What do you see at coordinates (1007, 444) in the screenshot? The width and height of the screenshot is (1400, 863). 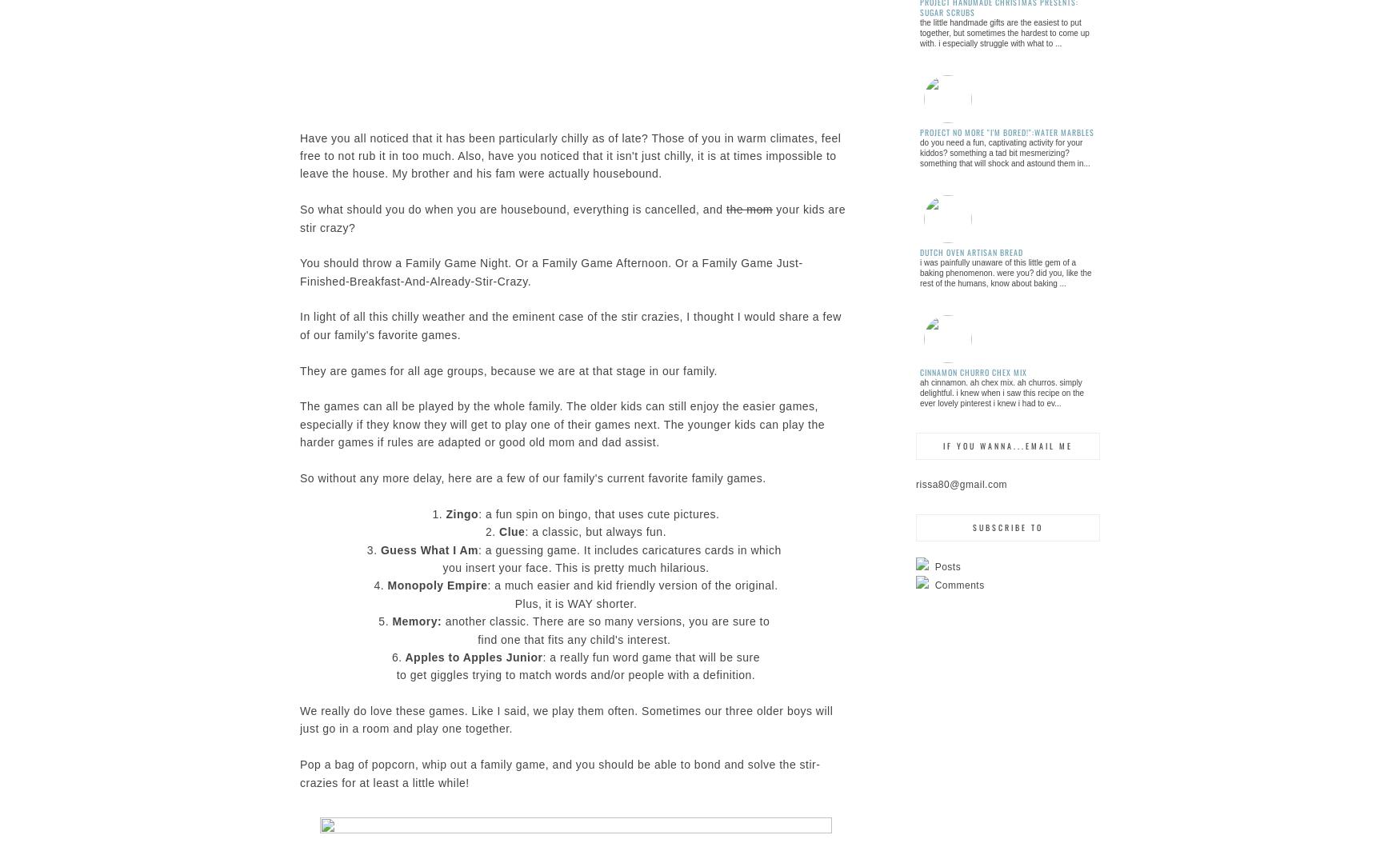 I see `'If You Wanna...Email Me'` at bounding box center [1007, 444].